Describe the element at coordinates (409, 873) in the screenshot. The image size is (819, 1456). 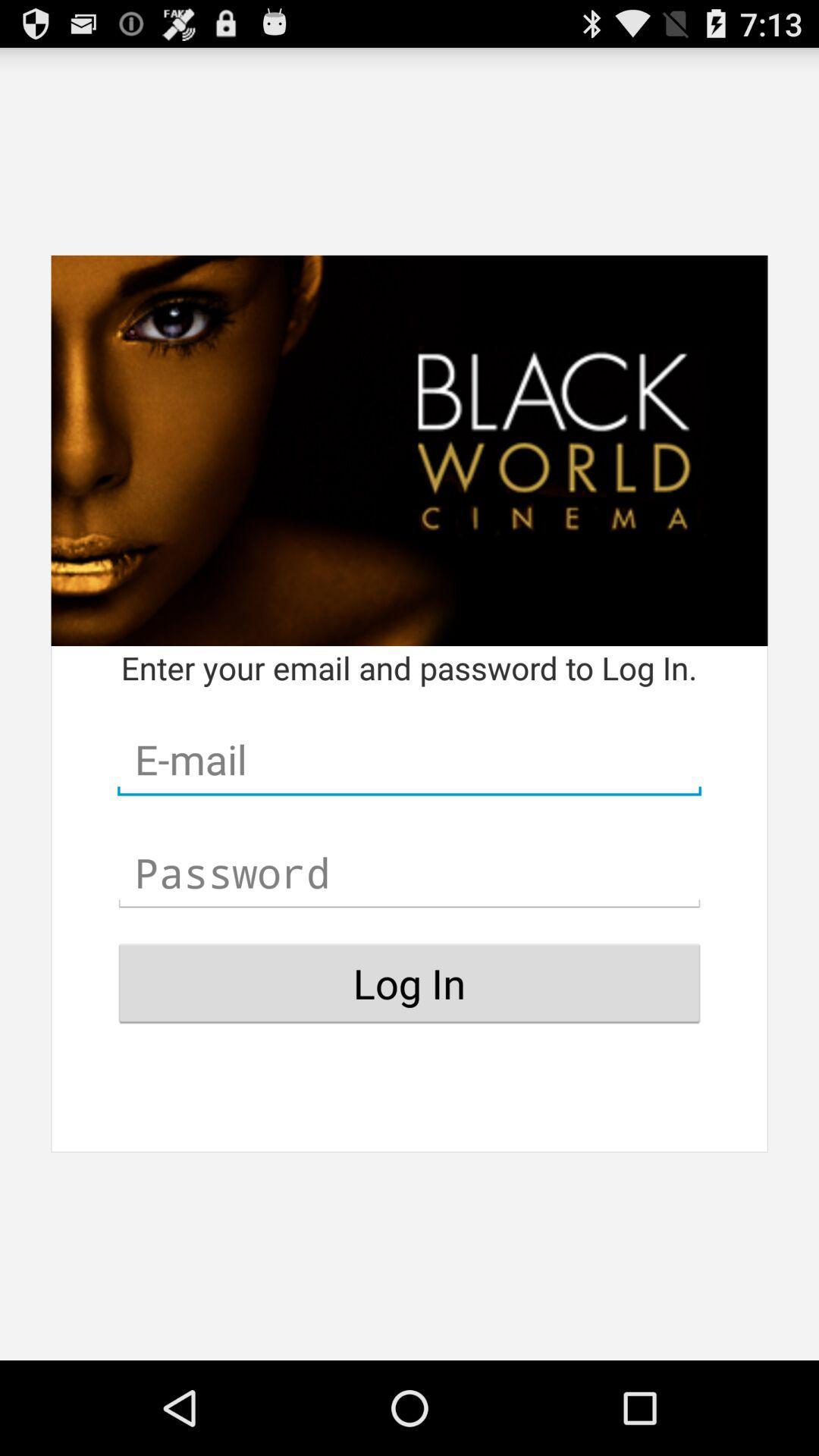
I see `password` at that location.